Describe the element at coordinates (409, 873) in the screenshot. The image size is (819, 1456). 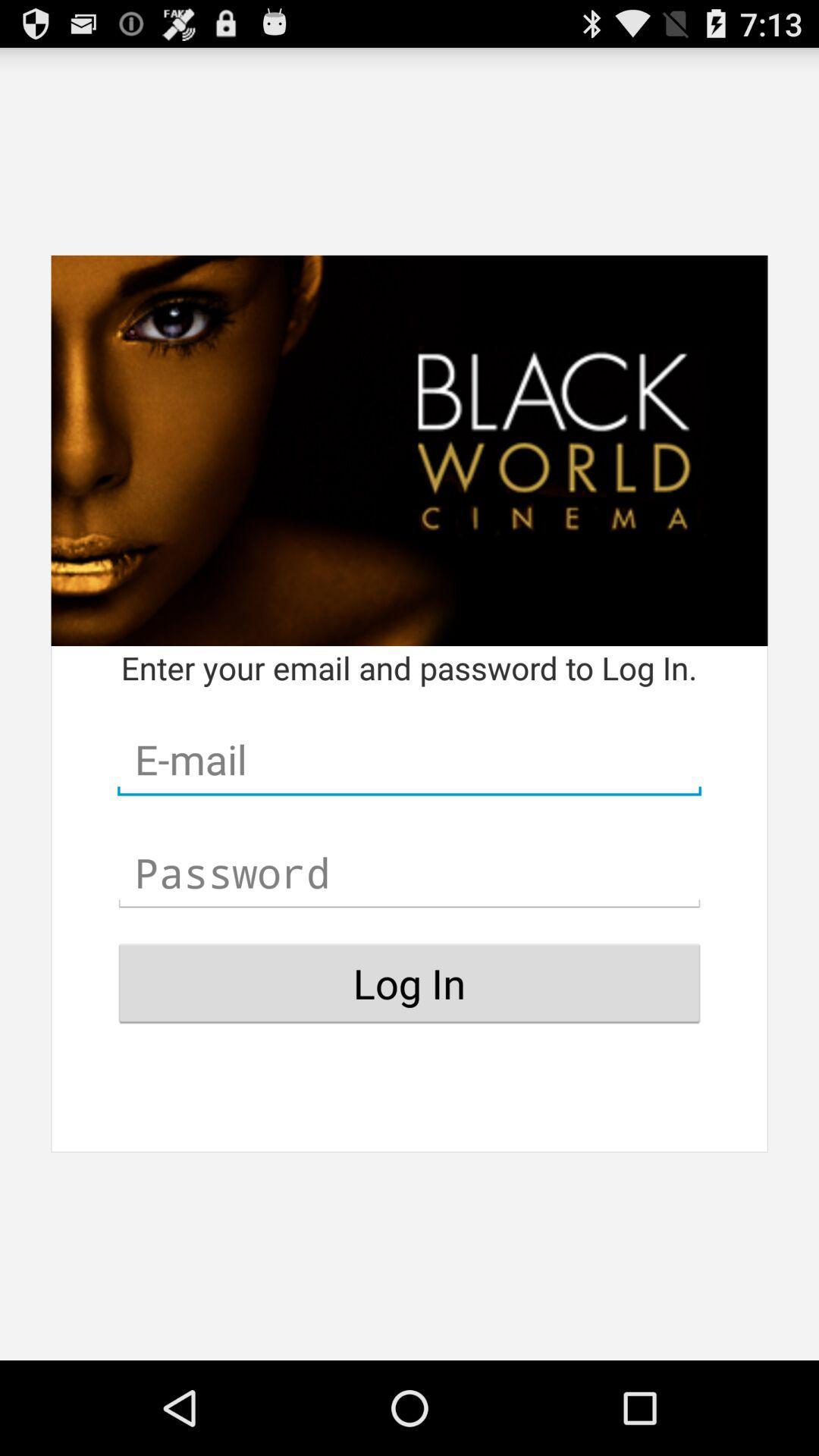
I see `password` at that location.